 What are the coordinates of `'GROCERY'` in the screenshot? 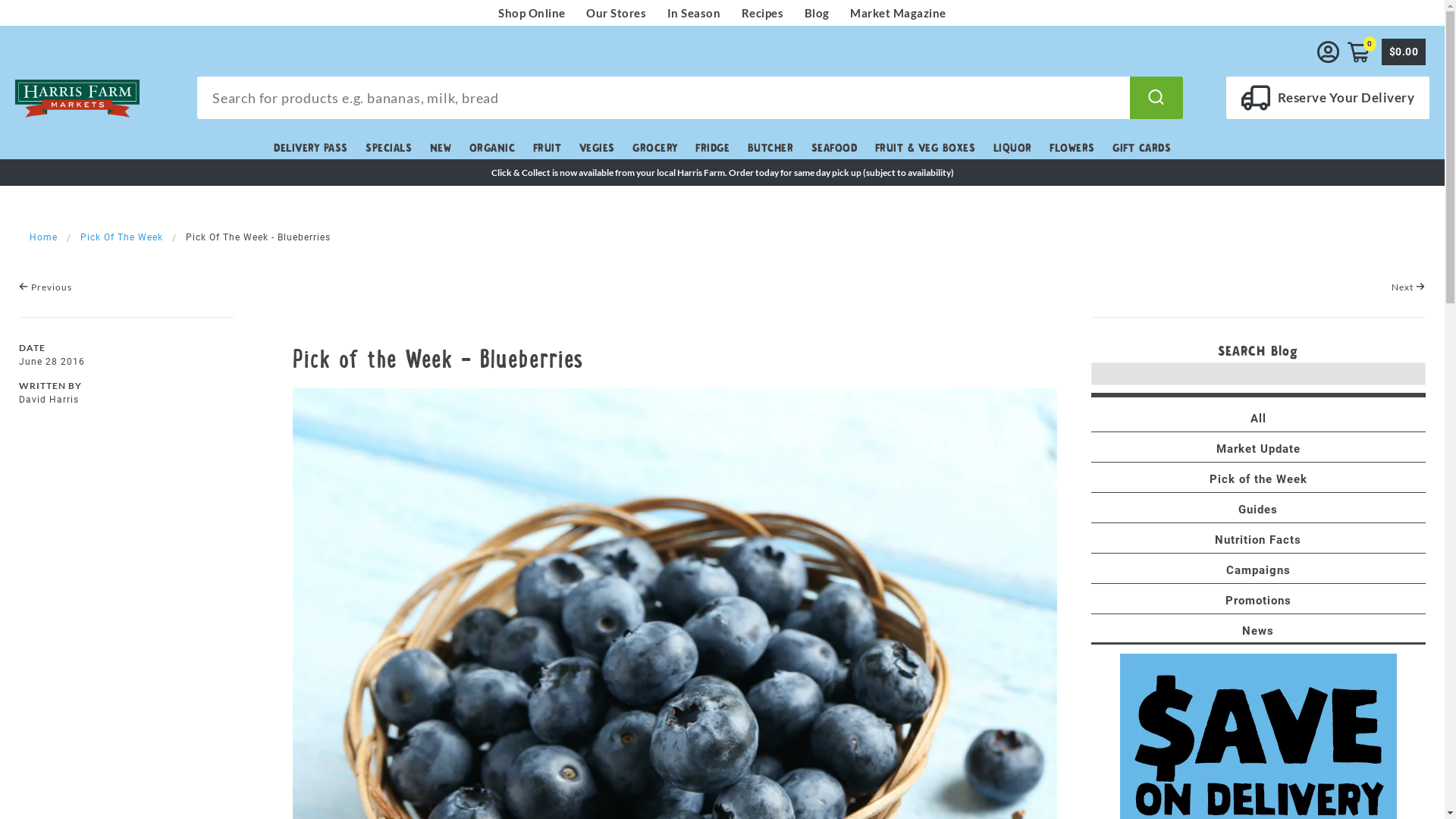 It's located at (655, 148).